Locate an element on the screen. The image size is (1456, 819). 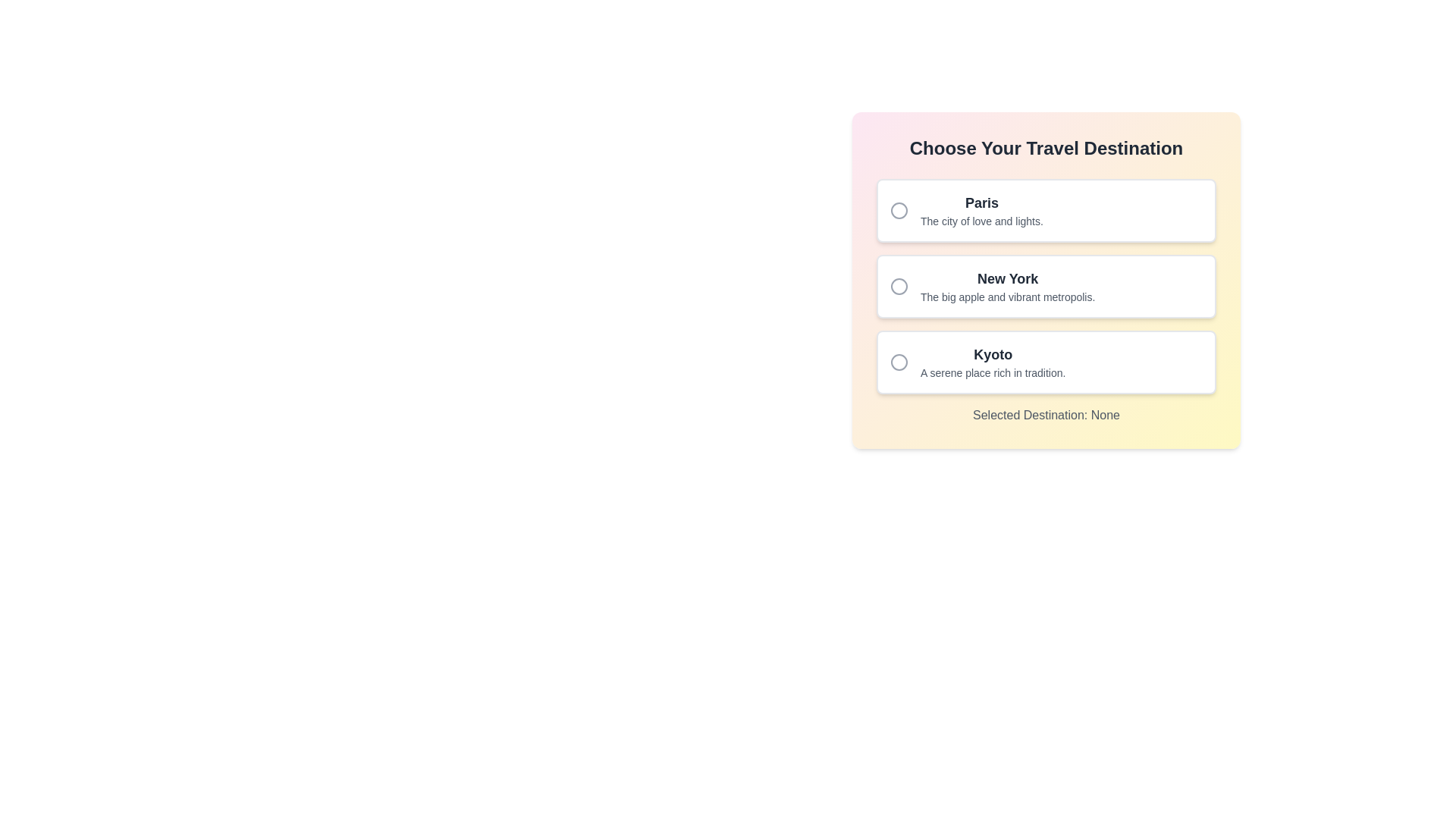
the text block containing the title 'Paris' and the description 'The city of love and lights.' is located at coordinates (981, 210).